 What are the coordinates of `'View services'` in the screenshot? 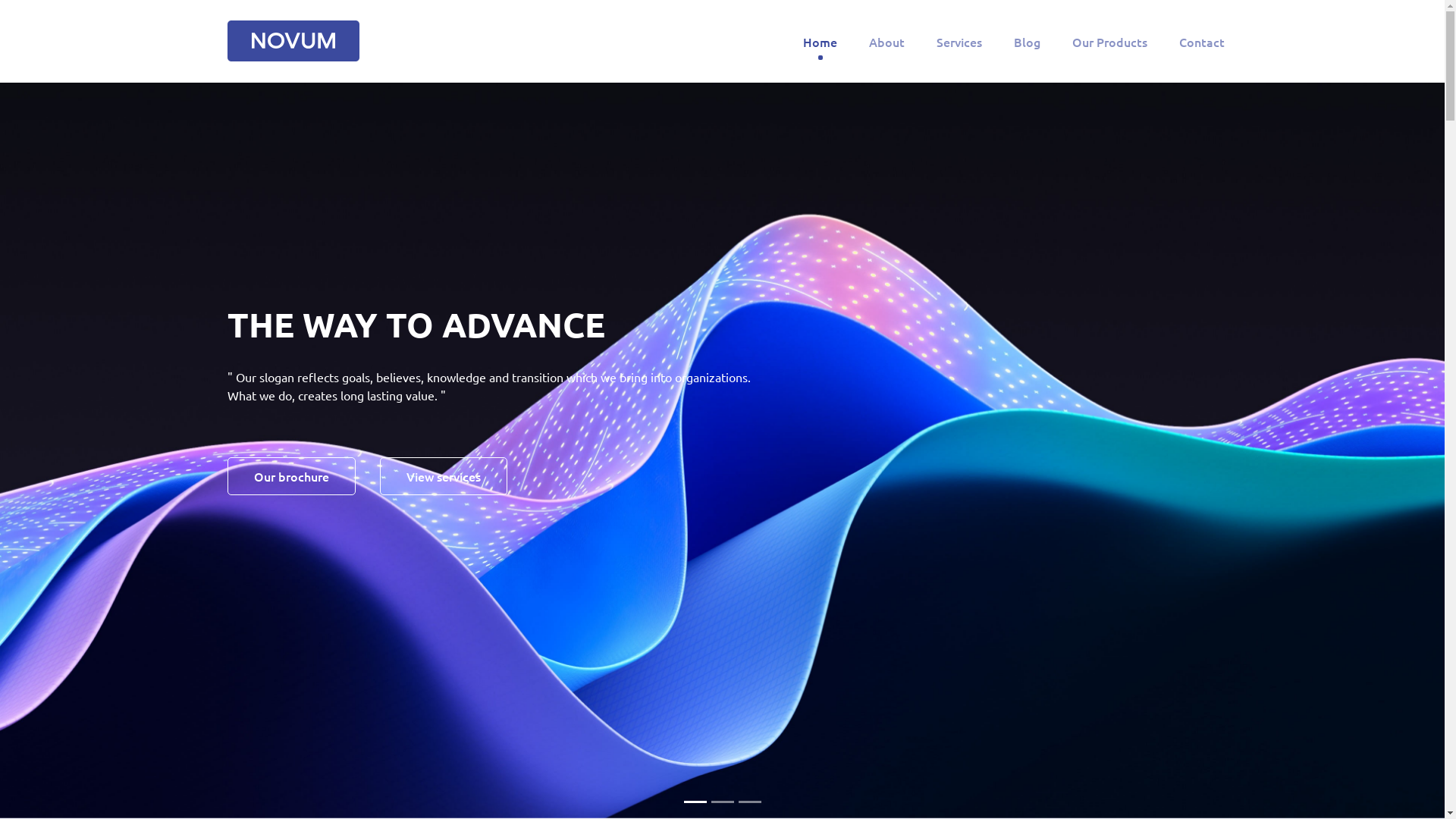 It's located at (443, 475).